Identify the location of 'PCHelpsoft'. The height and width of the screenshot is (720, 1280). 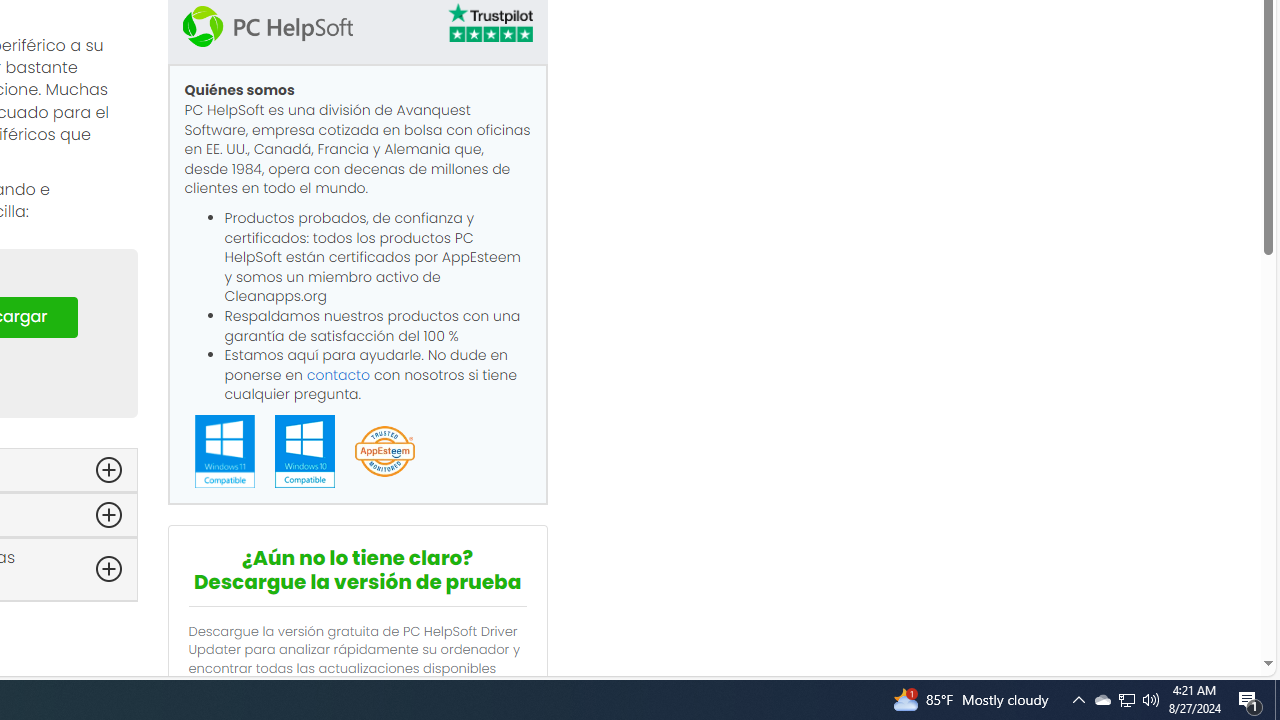
(266, 25).